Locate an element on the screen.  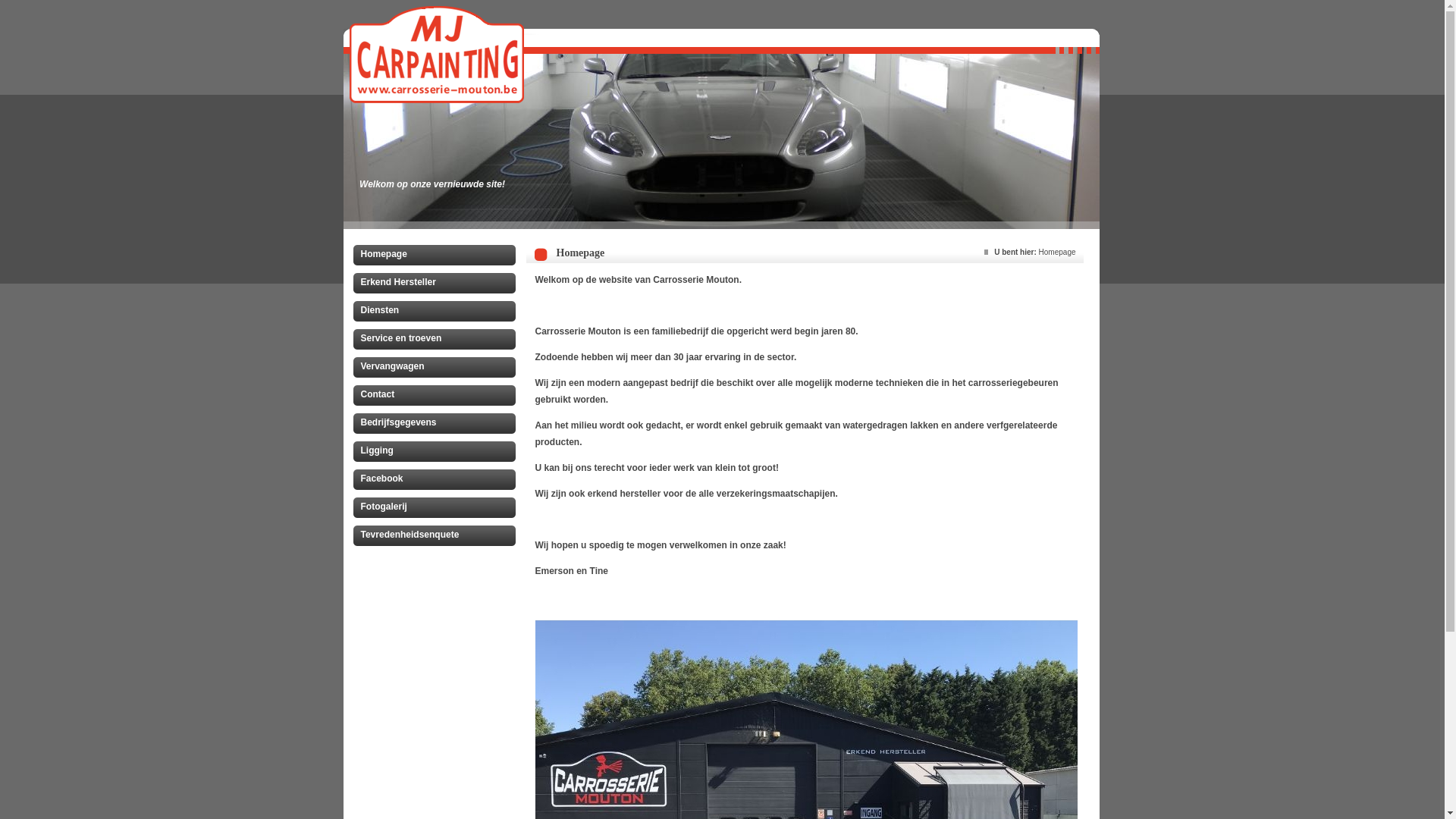
'Facebook' is located at coordinates (437, 482).